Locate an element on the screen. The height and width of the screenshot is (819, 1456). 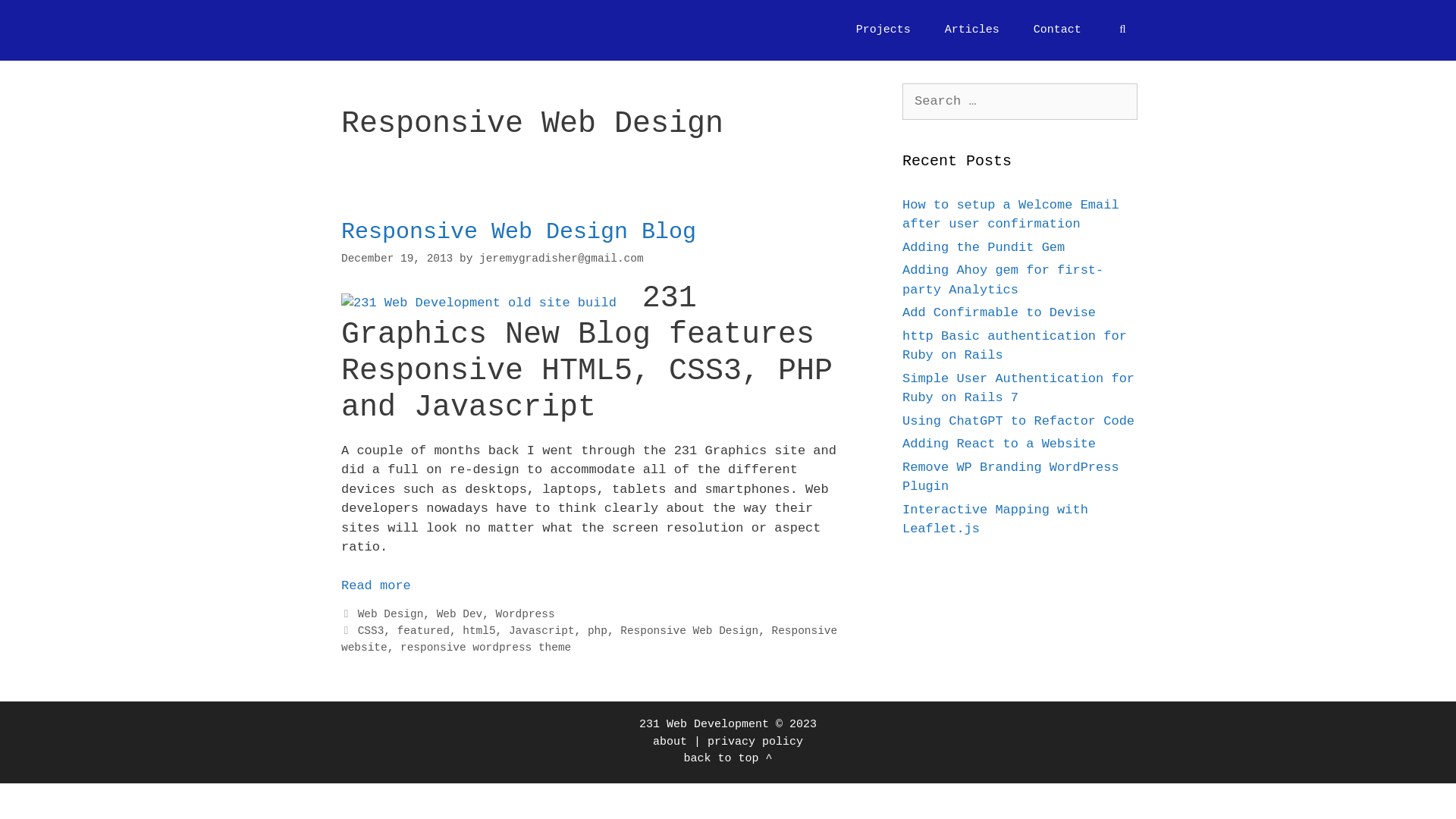
'Adding the Pundit Gem' is located at coordinates (983, 246).